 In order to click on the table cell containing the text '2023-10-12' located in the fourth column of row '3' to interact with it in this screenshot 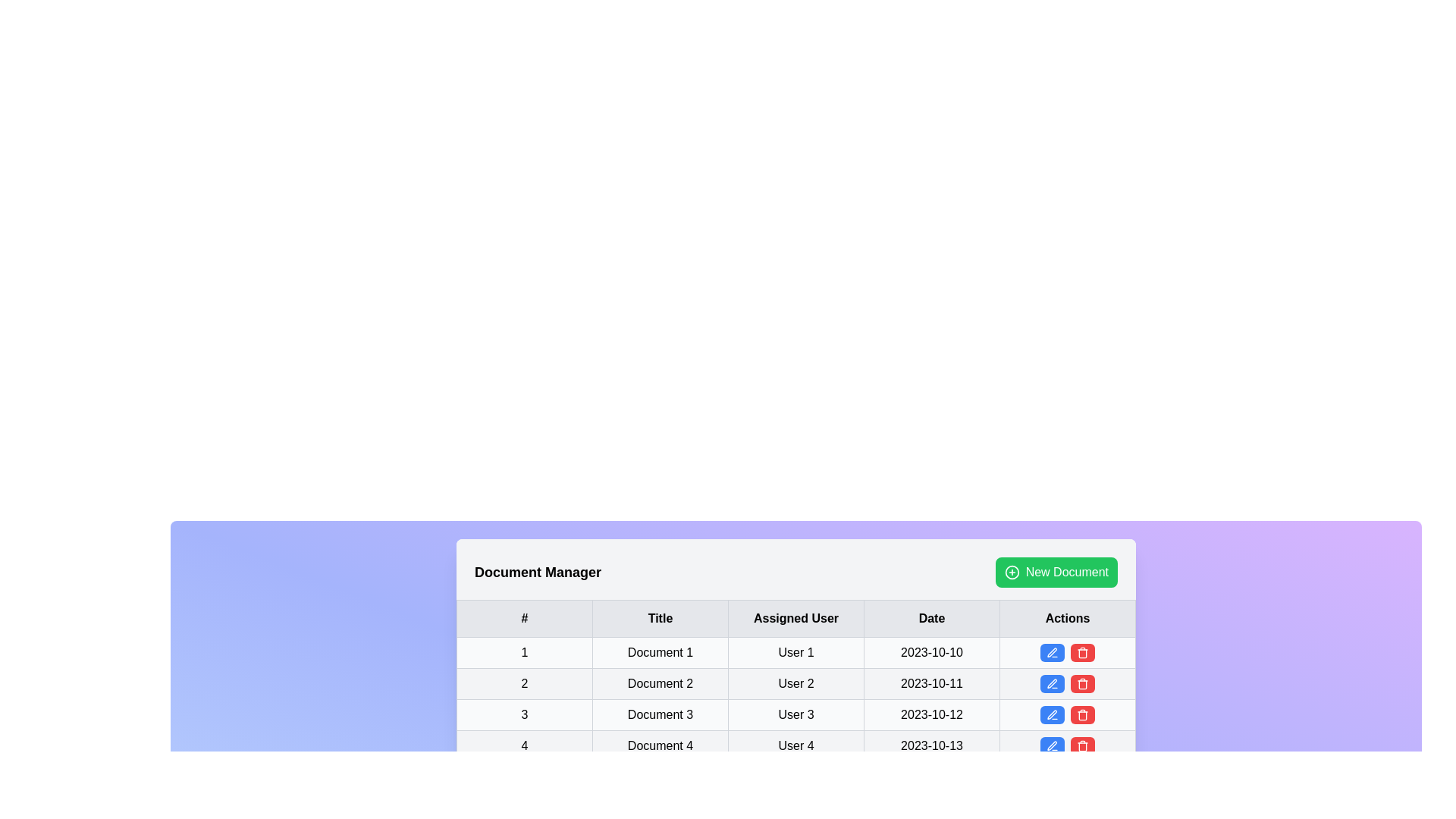, I will do `click(930, 714)`.